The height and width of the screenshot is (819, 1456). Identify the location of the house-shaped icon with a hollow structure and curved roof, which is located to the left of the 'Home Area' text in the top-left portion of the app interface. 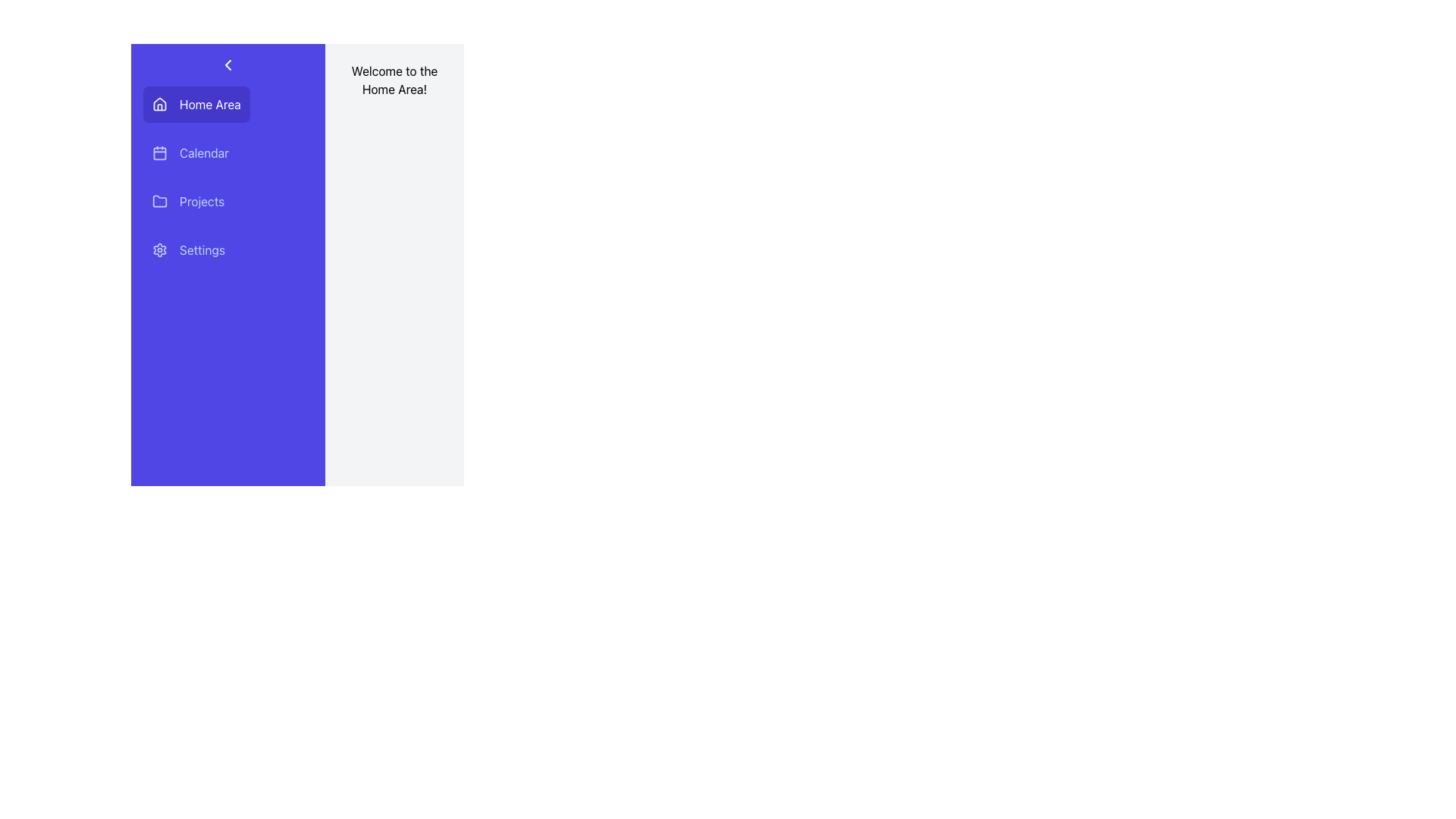
(160, 104).